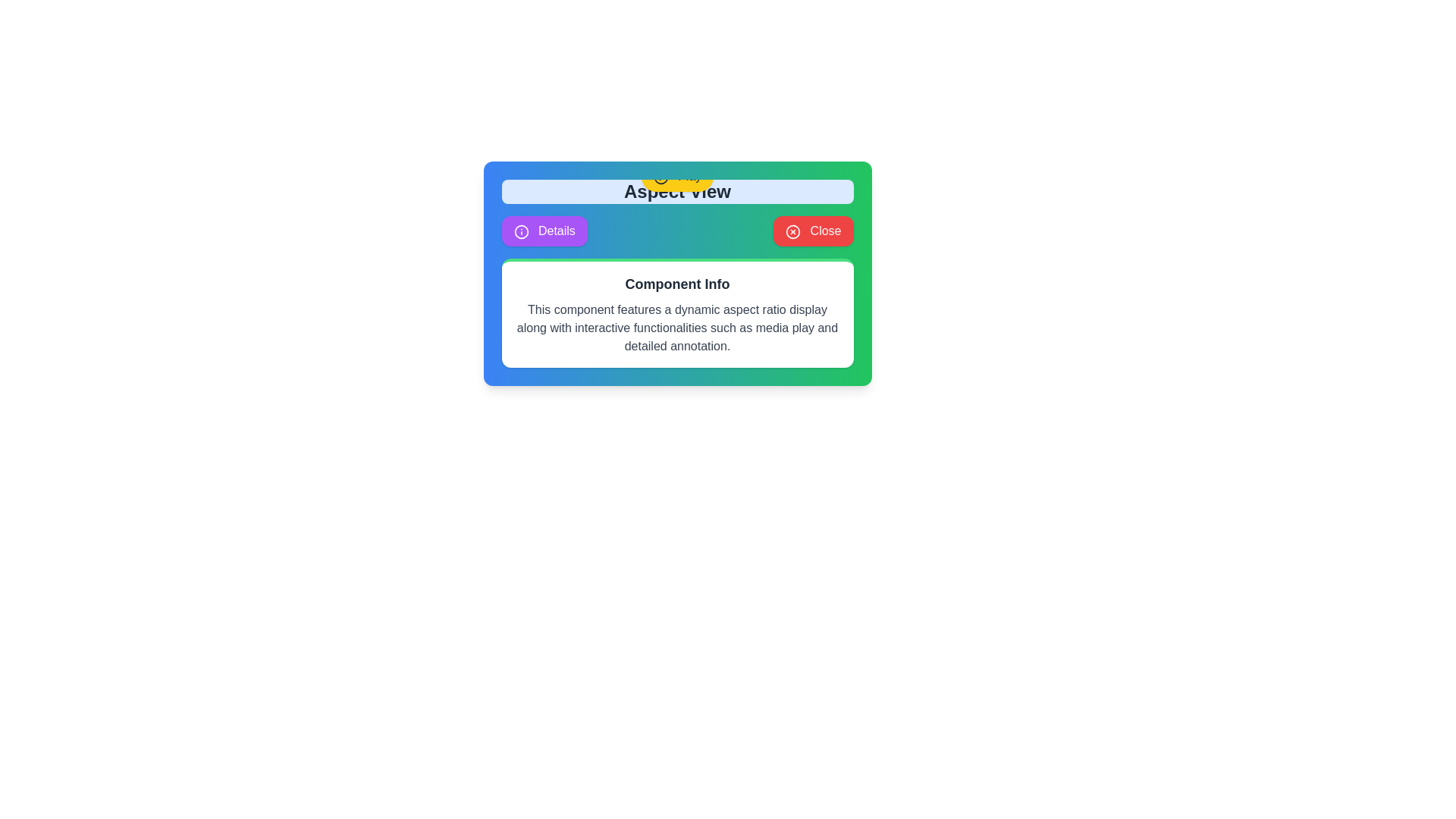 The height and width of the screenshot is (819, 1456). Describe the element at coordinates (676, 191) in the screenshot. I see `the bold text label displaying 'Aspect View' which is centered below the 'Play' button` at that location.